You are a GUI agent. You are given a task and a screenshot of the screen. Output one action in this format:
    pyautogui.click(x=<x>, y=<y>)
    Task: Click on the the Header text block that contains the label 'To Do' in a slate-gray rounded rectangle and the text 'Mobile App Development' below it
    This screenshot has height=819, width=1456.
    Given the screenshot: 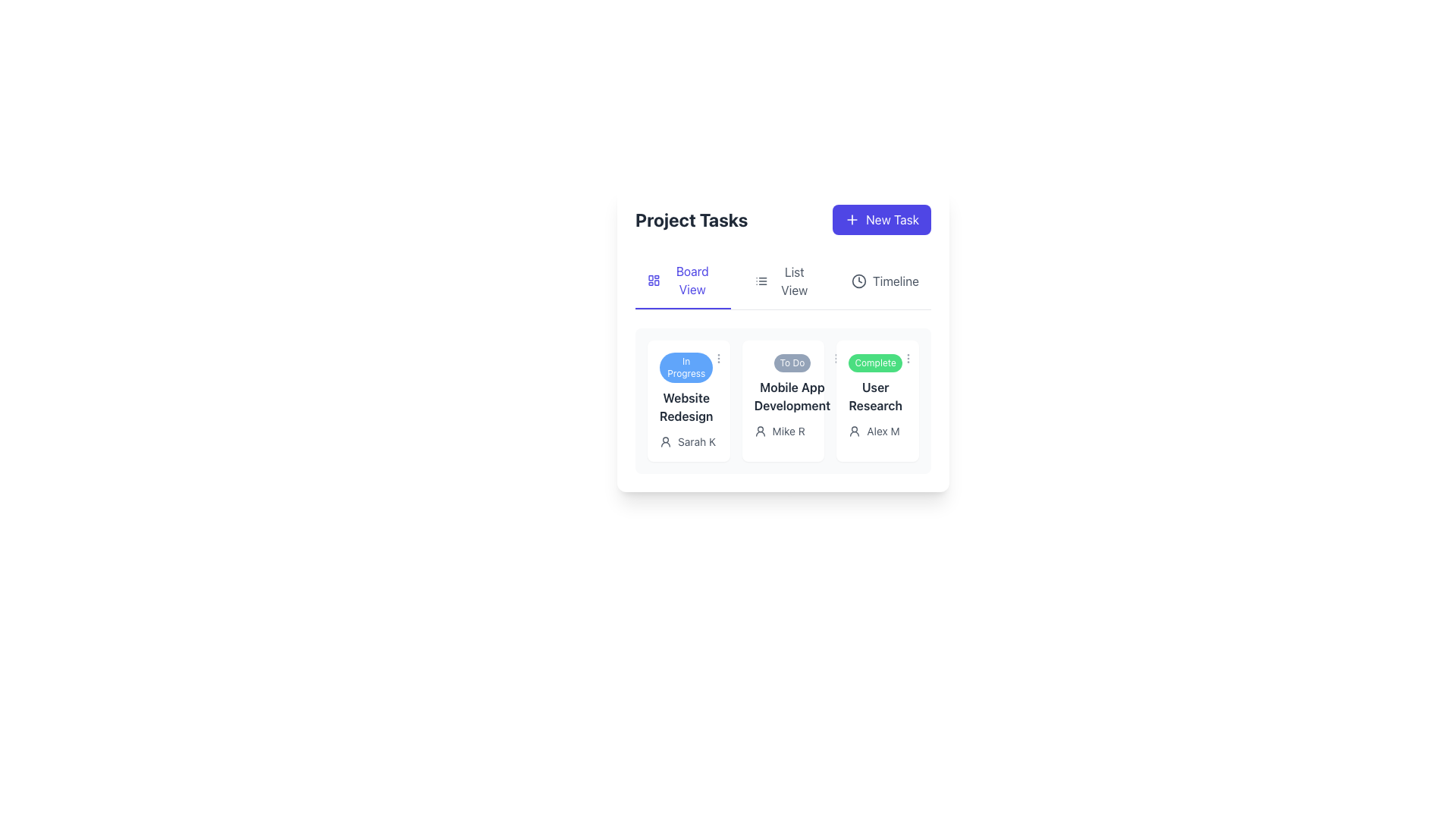 What is the action you would take?
    pyautogui.click(x=783, y=382)
    